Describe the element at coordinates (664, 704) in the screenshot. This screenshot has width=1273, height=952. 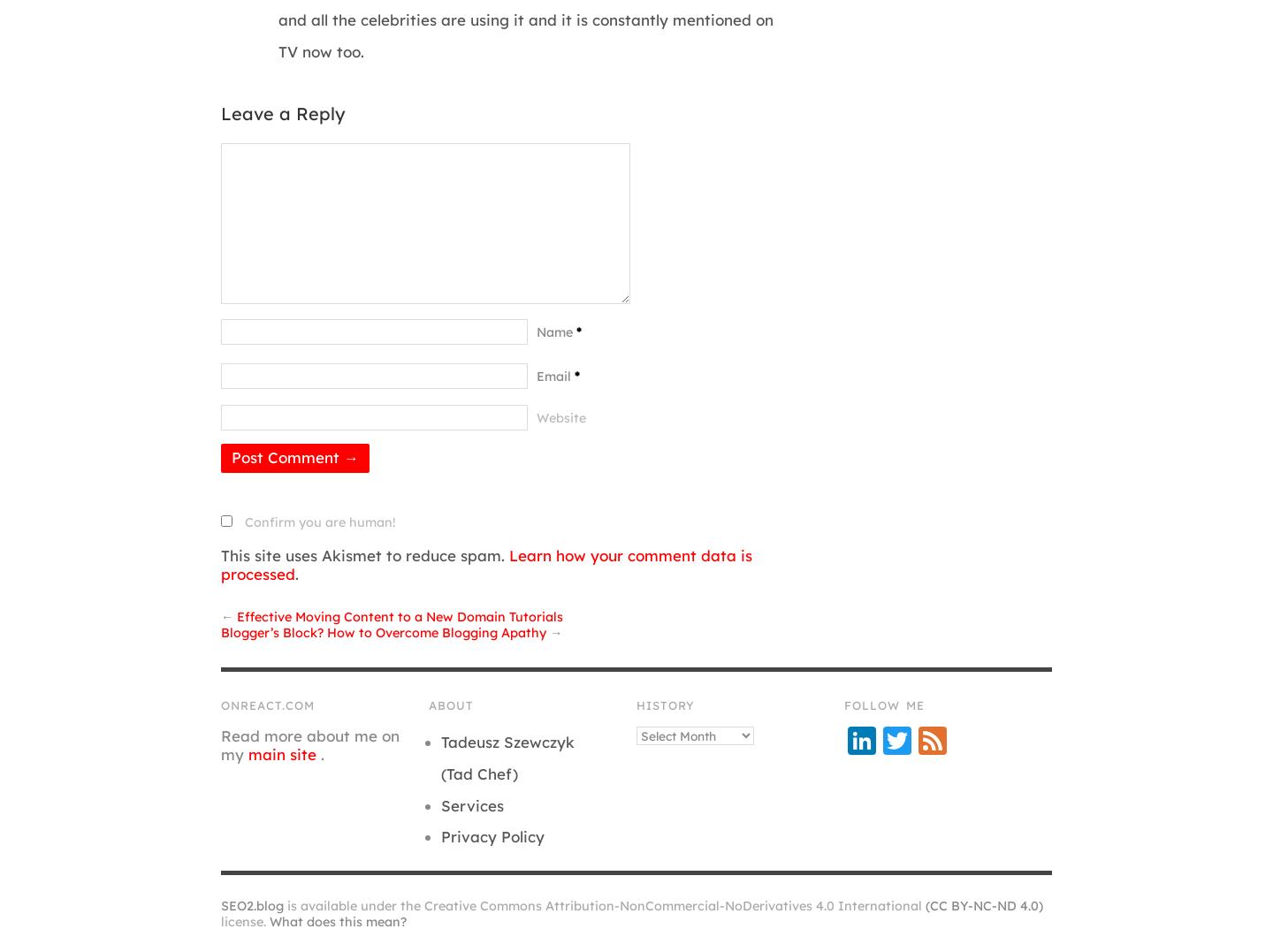
I see `'History'` at that location.